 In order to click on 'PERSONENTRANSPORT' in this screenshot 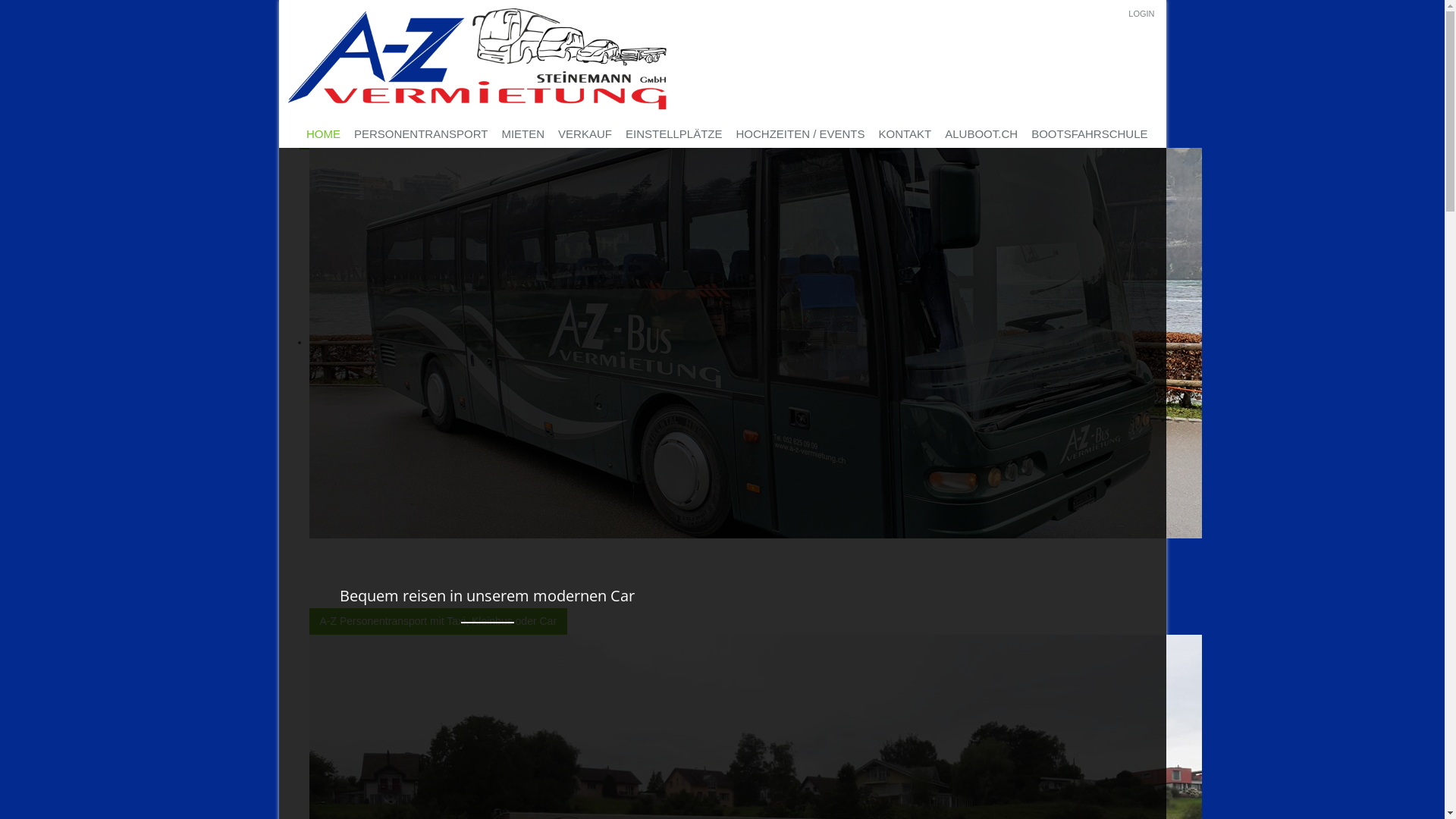, I will do `click(421, 133)`.